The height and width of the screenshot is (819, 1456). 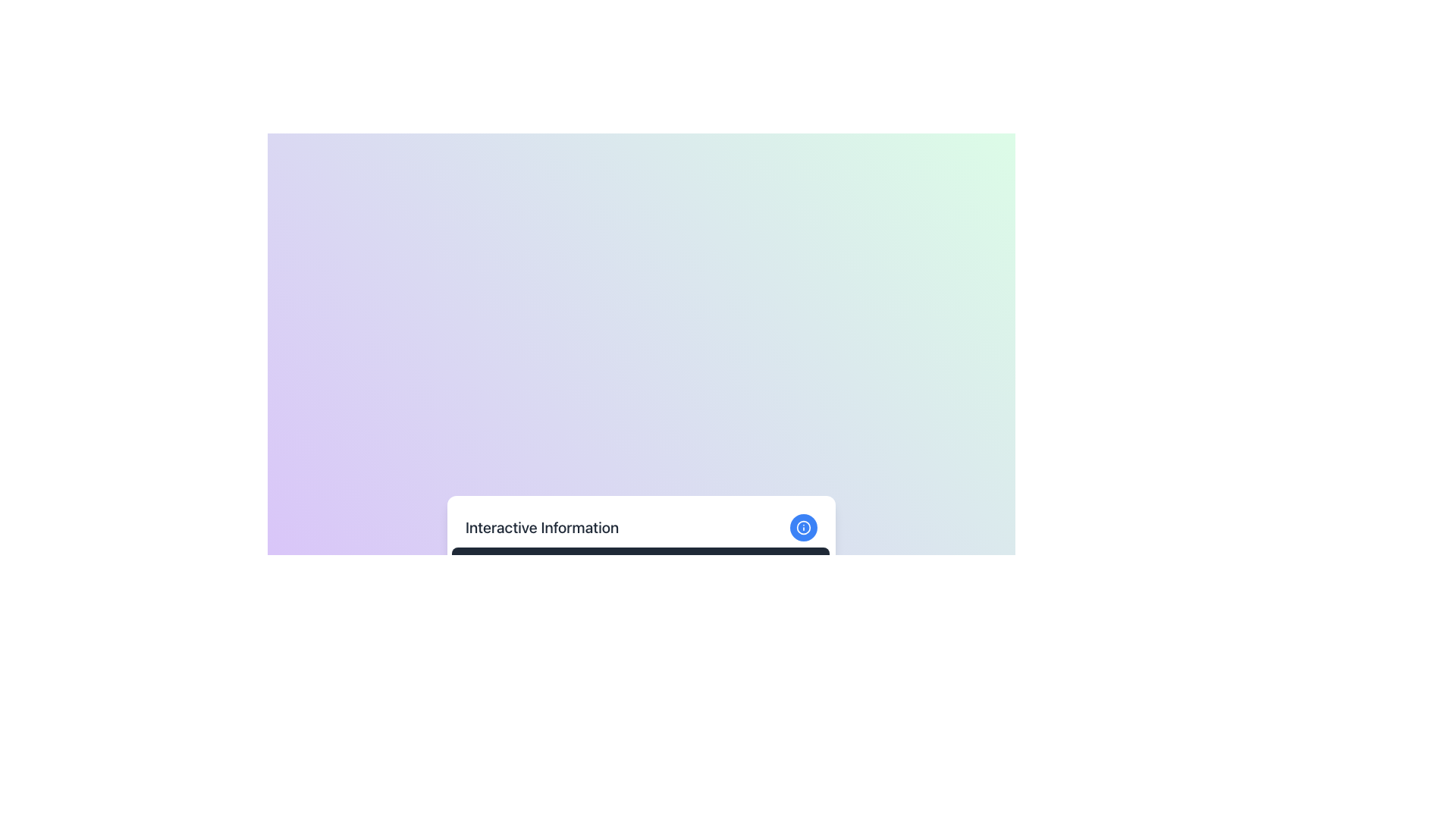 I want to click on the circular element of the 'lucide-info' SVG icon located at the upper-right corner of the white card, so click(x=803, y=526).